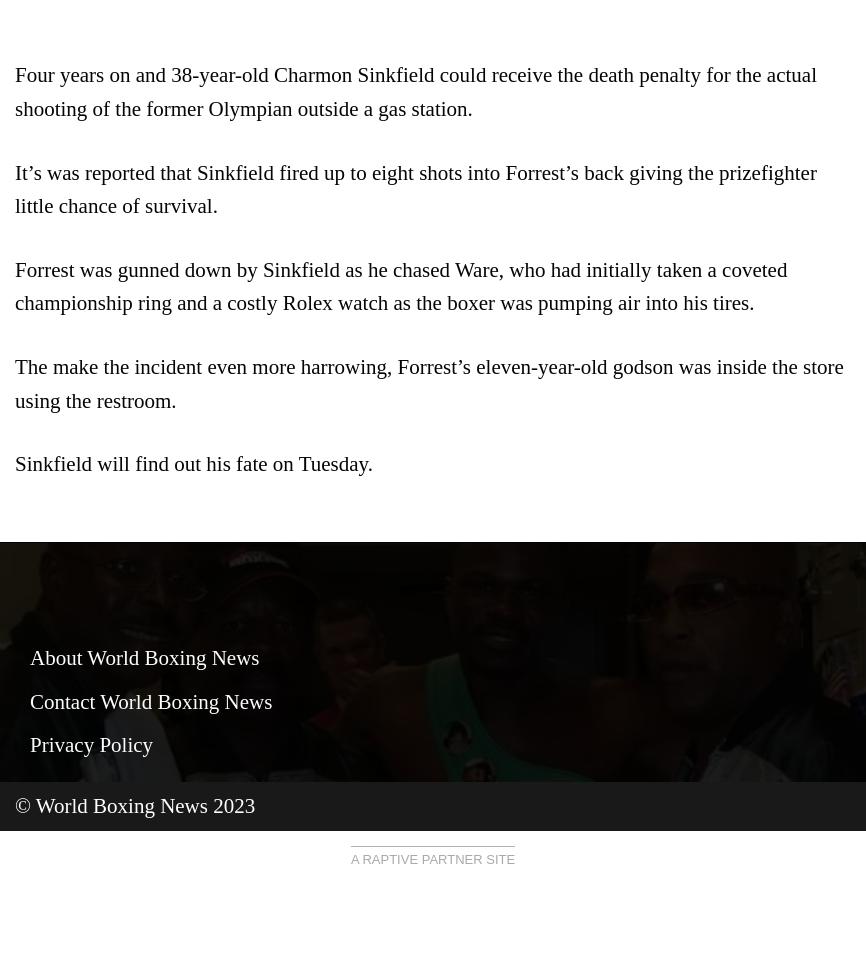 Image resolution: width=866 pixels, height=977 pixels. I want to click on 'It’s was reported that Sinkfield fired up to eight shots into Forrest’s back giving the prizefighter little chance of survival.', so click(414, 187).